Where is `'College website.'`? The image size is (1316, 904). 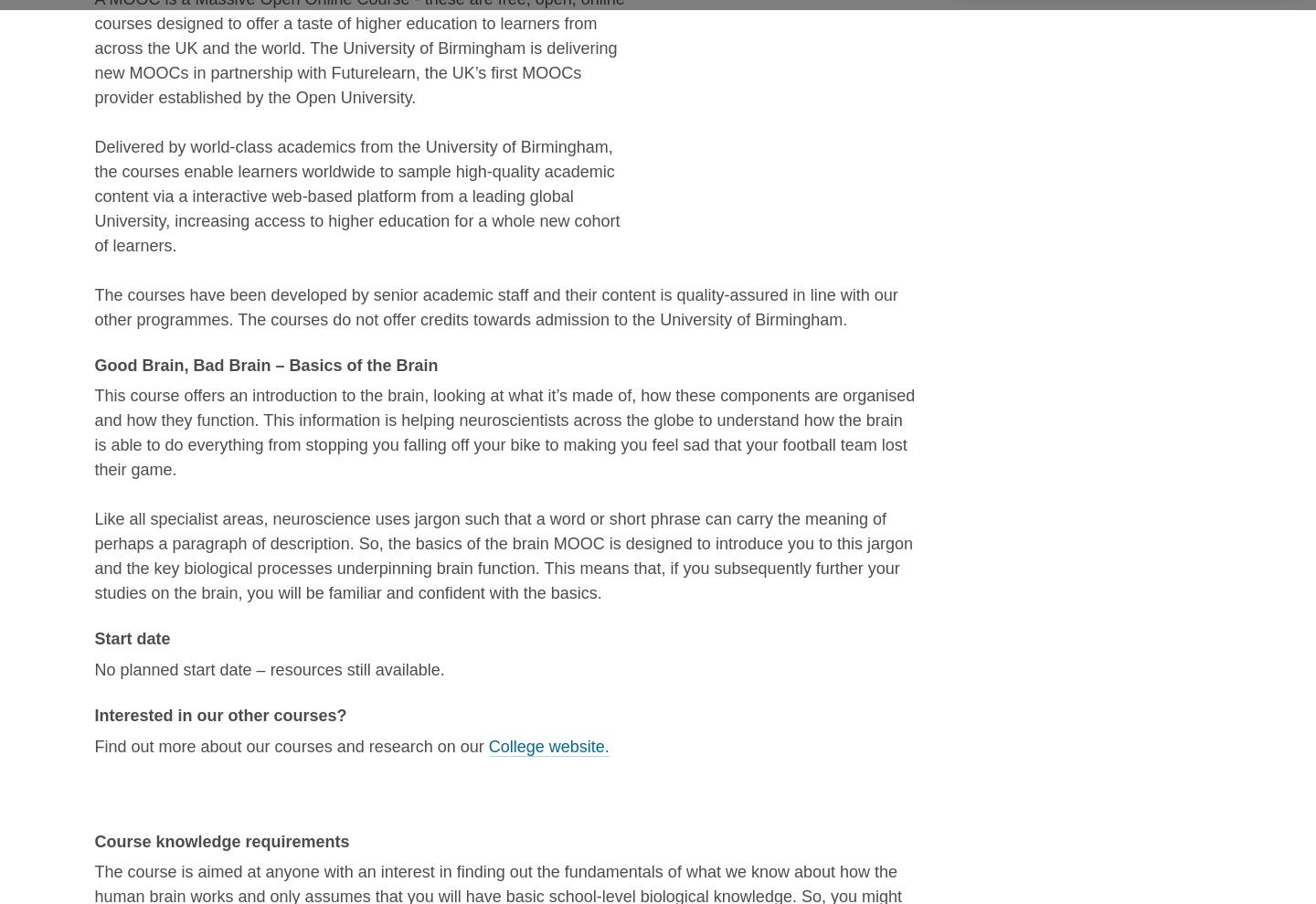 'College website.' is located at coordinates (548, 745).